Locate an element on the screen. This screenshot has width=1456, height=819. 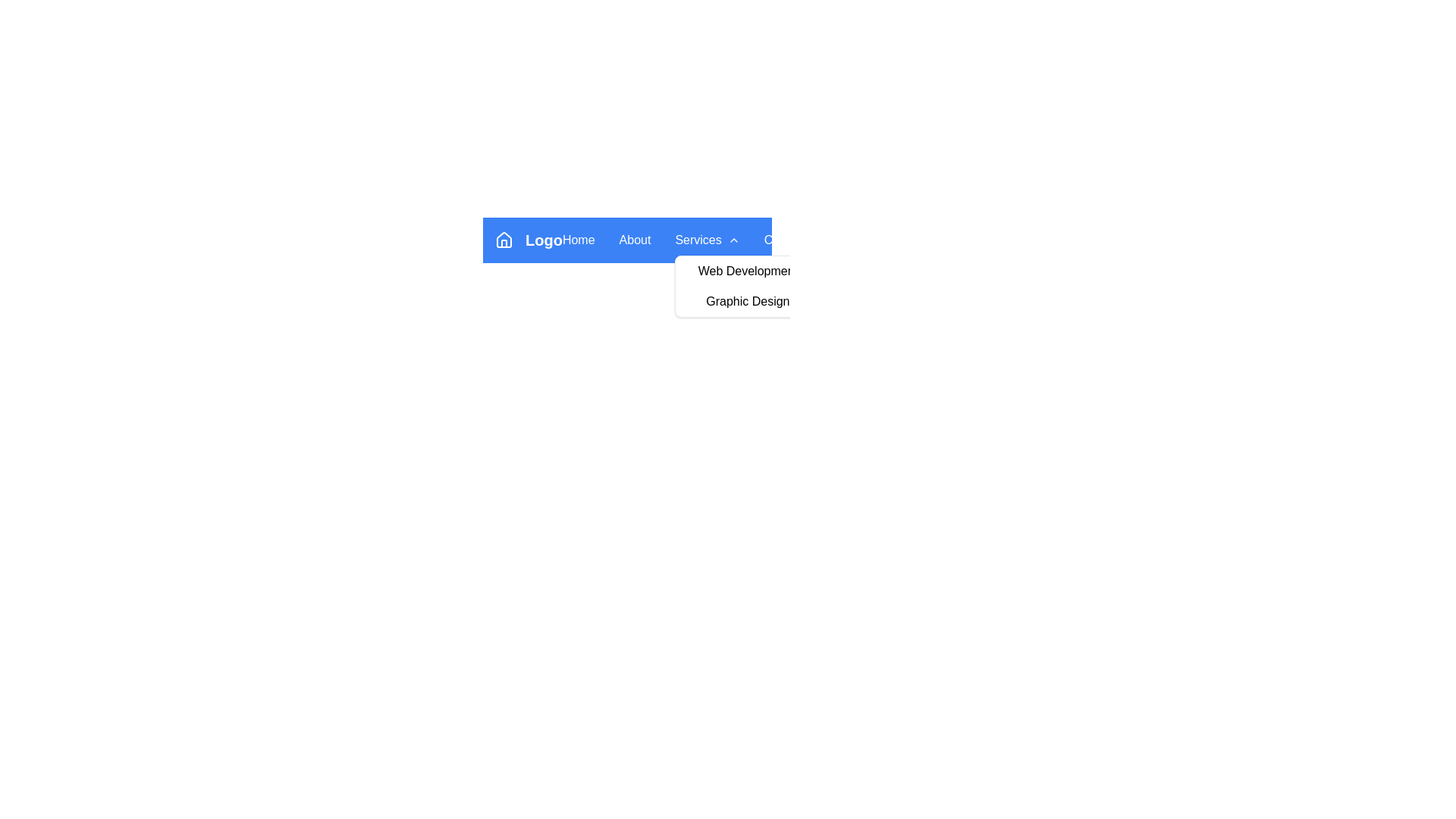
the dropdown trigger located in the center of the top navigation bar is located at coordinates (707, 239).